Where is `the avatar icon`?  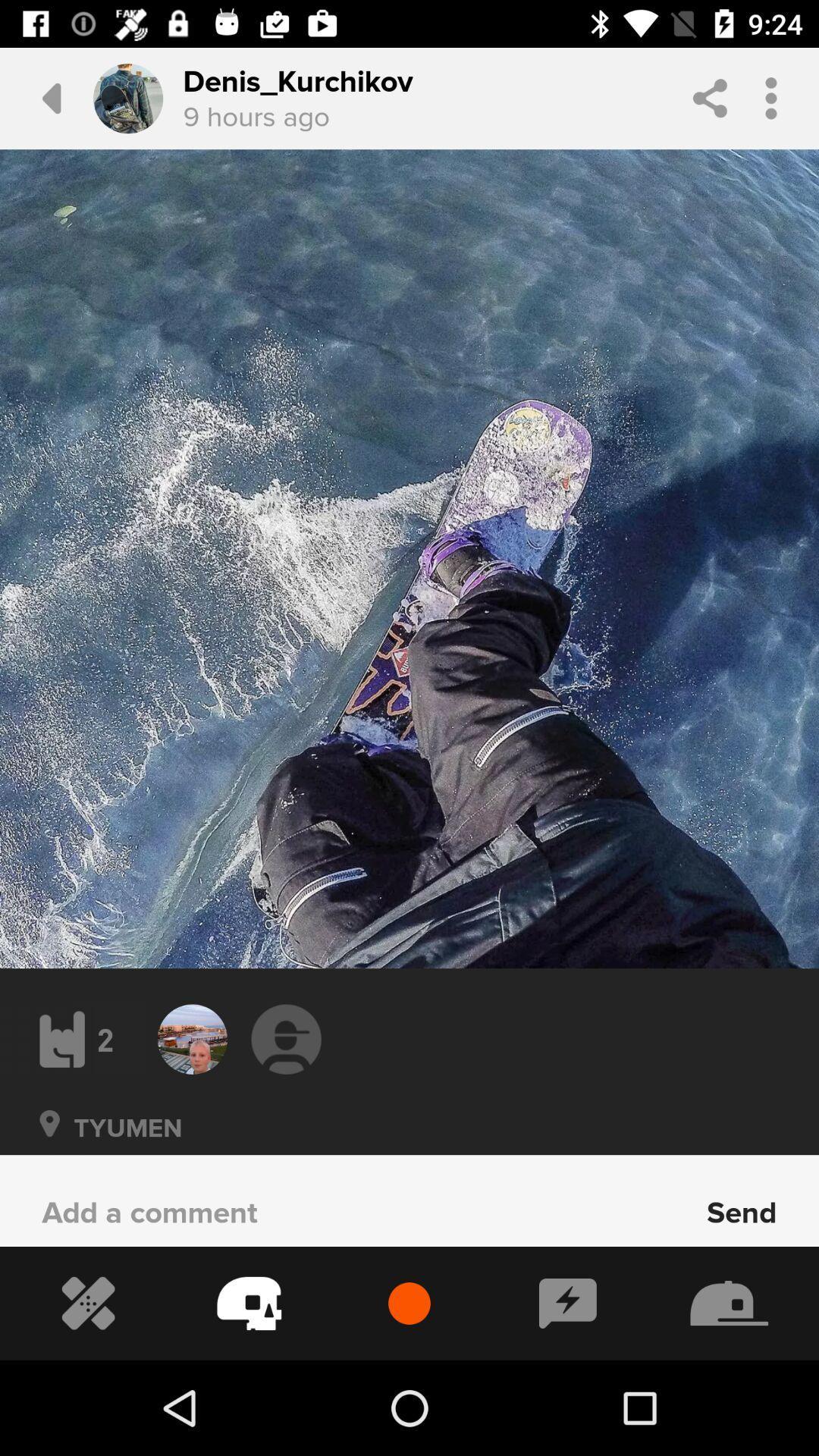
the avatar icon is located at coordinates (127, 98).